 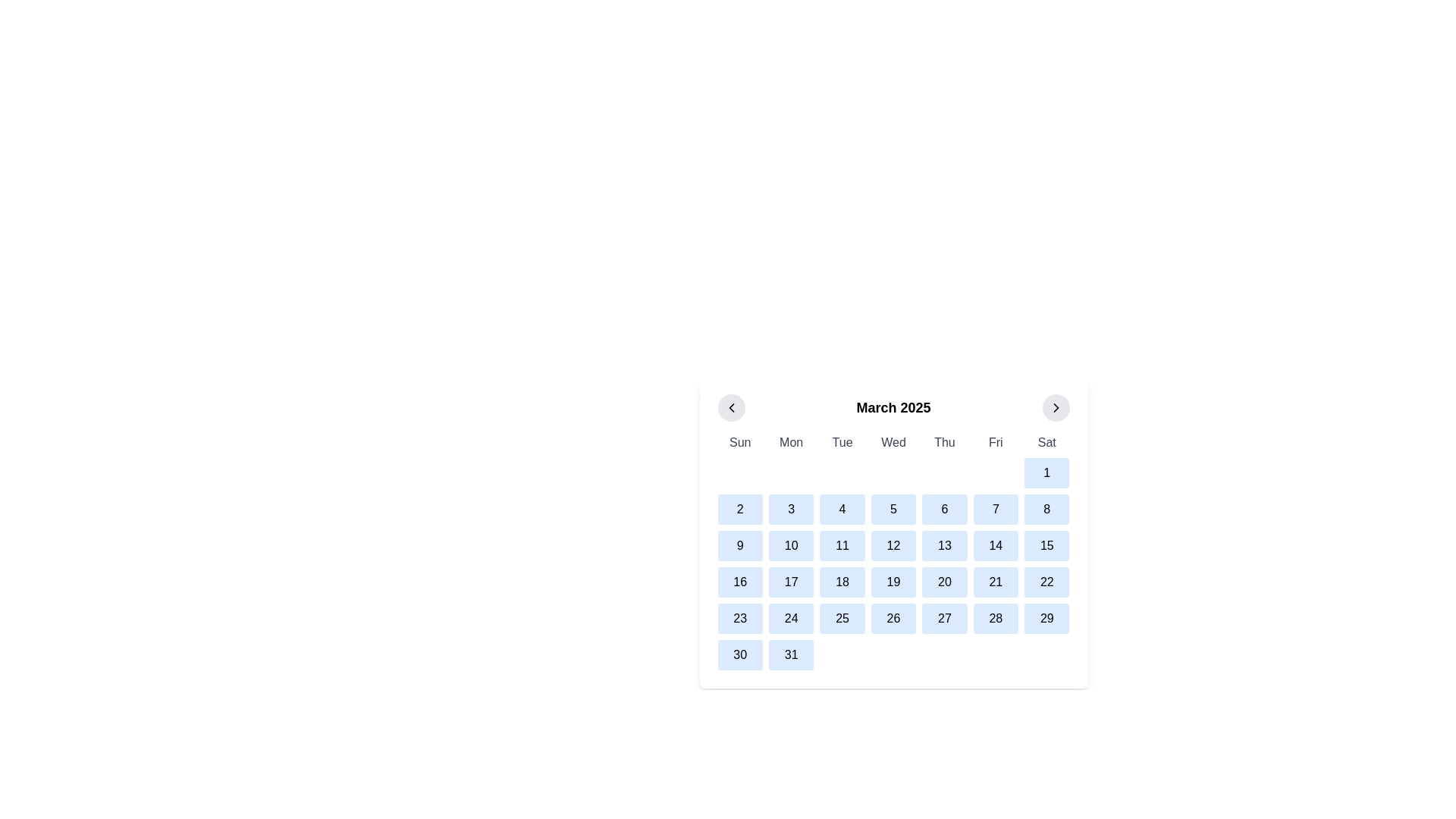 What do you see at coordinates (842, 619) in the screenshot?
I see `the button representing the 25th day of March 2025 in the calendar located in the last row and third column (Tuesday)` at bounding box center [842, 619].